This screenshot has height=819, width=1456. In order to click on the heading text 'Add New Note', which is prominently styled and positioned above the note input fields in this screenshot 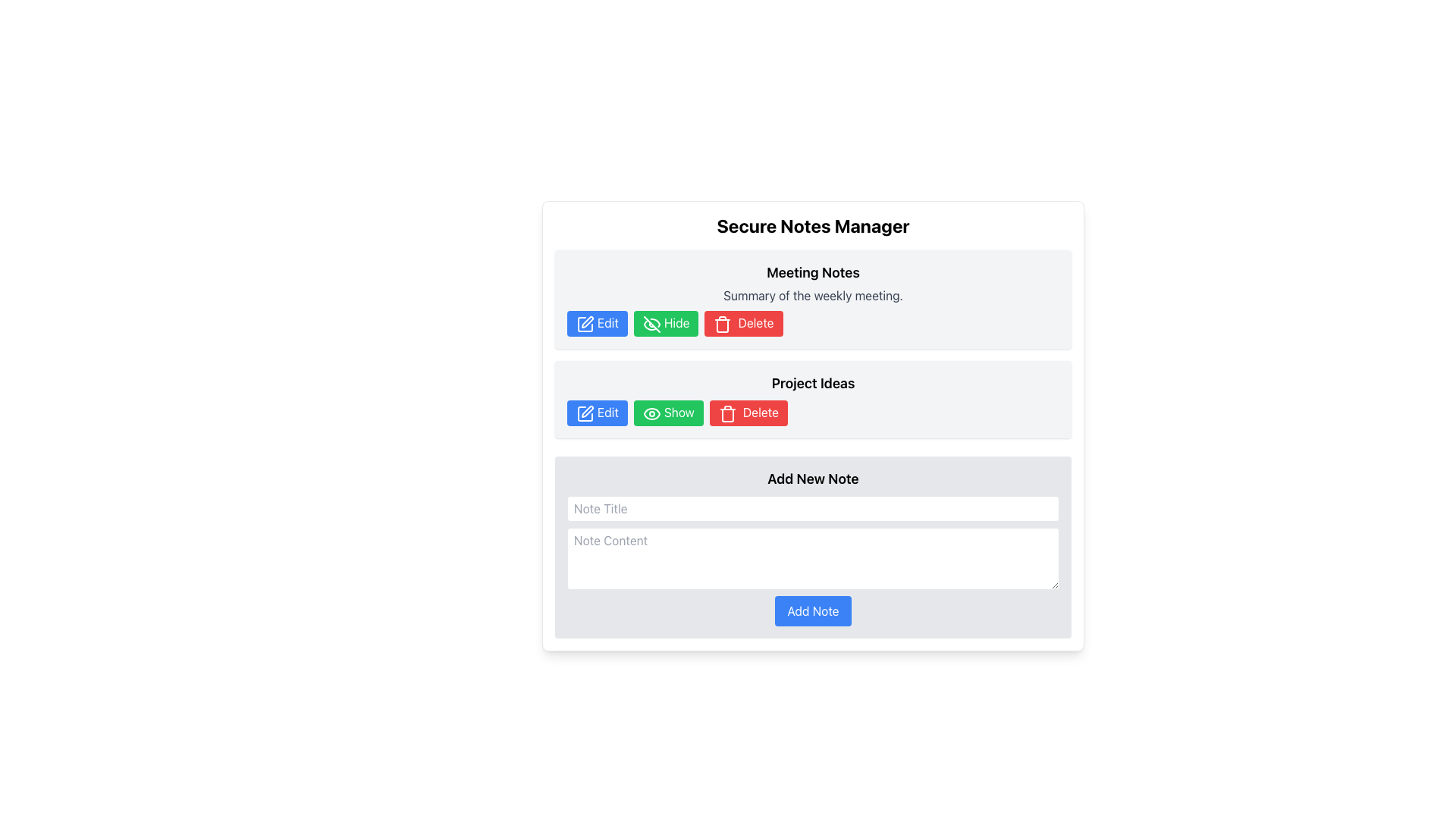, I will do `click(812, 479)`.